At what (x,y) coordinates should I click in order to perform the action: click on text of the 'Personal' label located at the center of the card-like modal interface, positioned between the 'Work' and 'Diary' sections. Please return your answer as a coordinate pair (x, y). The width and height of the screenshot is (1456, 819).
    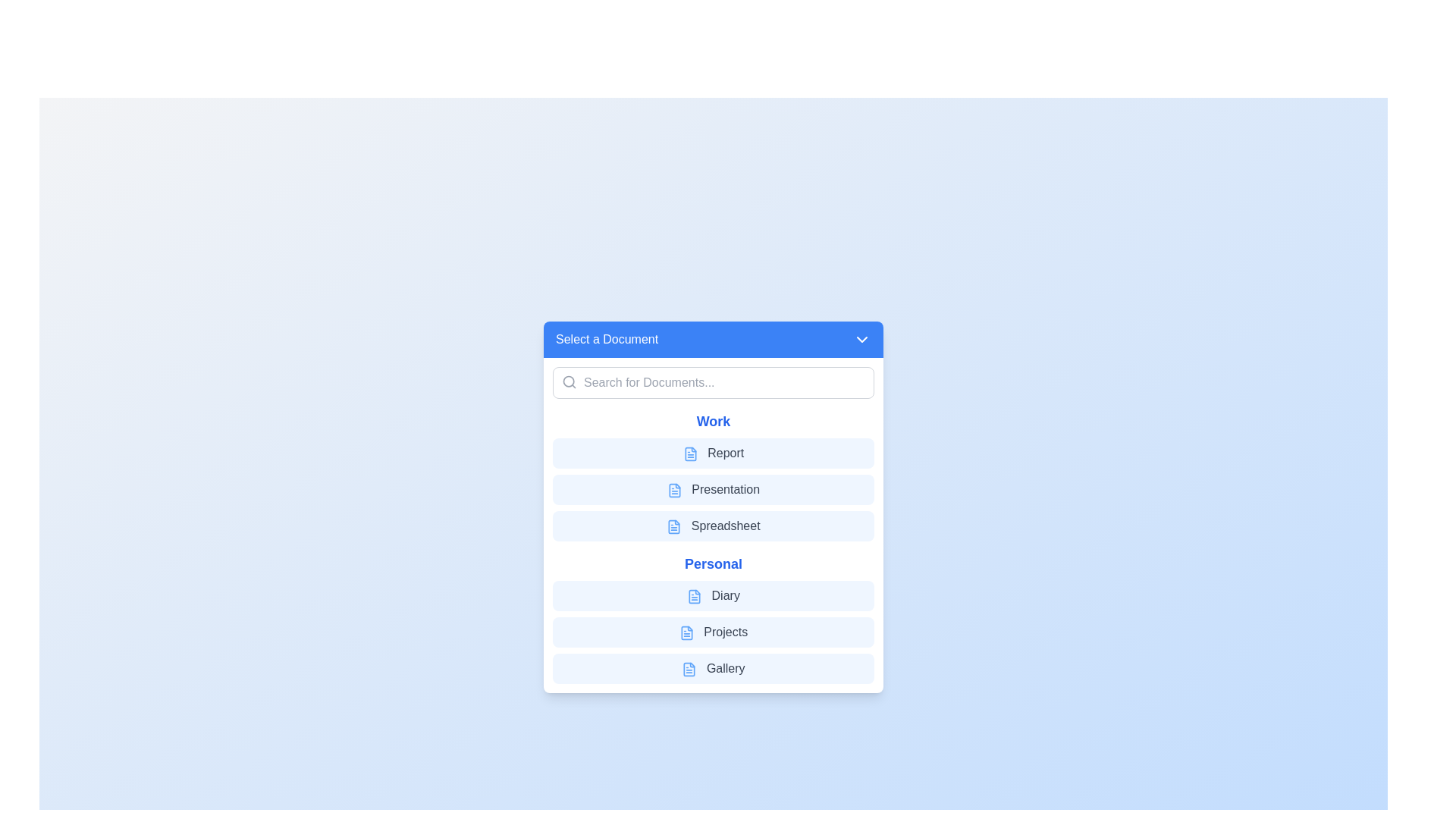
    Looking at the image, I should click on (712, 564).